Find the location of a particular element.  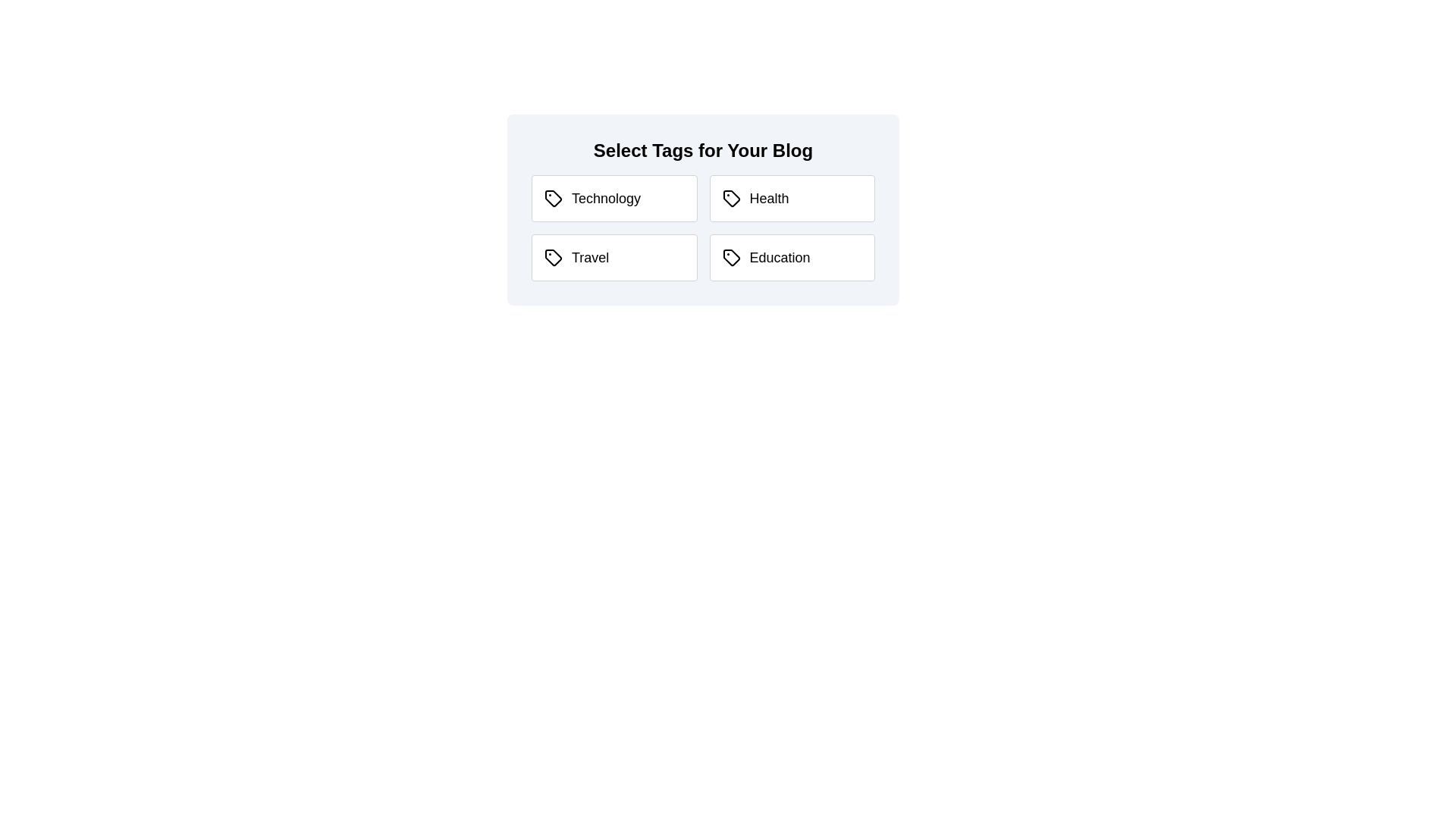

the tag labeled Travel to observe the visual feedback is located at coordinates (614, 256).